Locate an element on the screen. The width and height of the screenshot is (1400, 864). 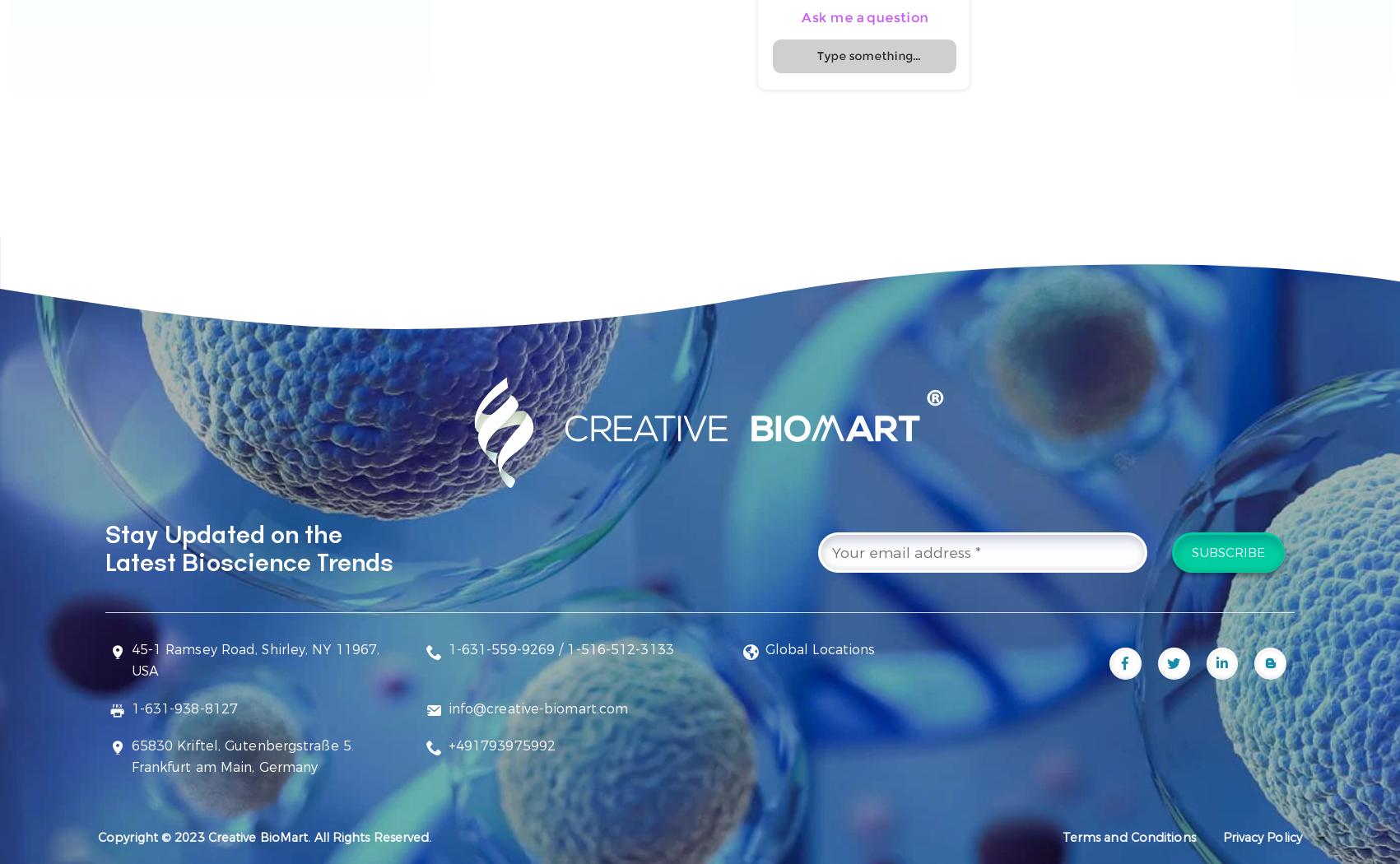
'Privacy Policy' is located at coordinates (1261, 836).